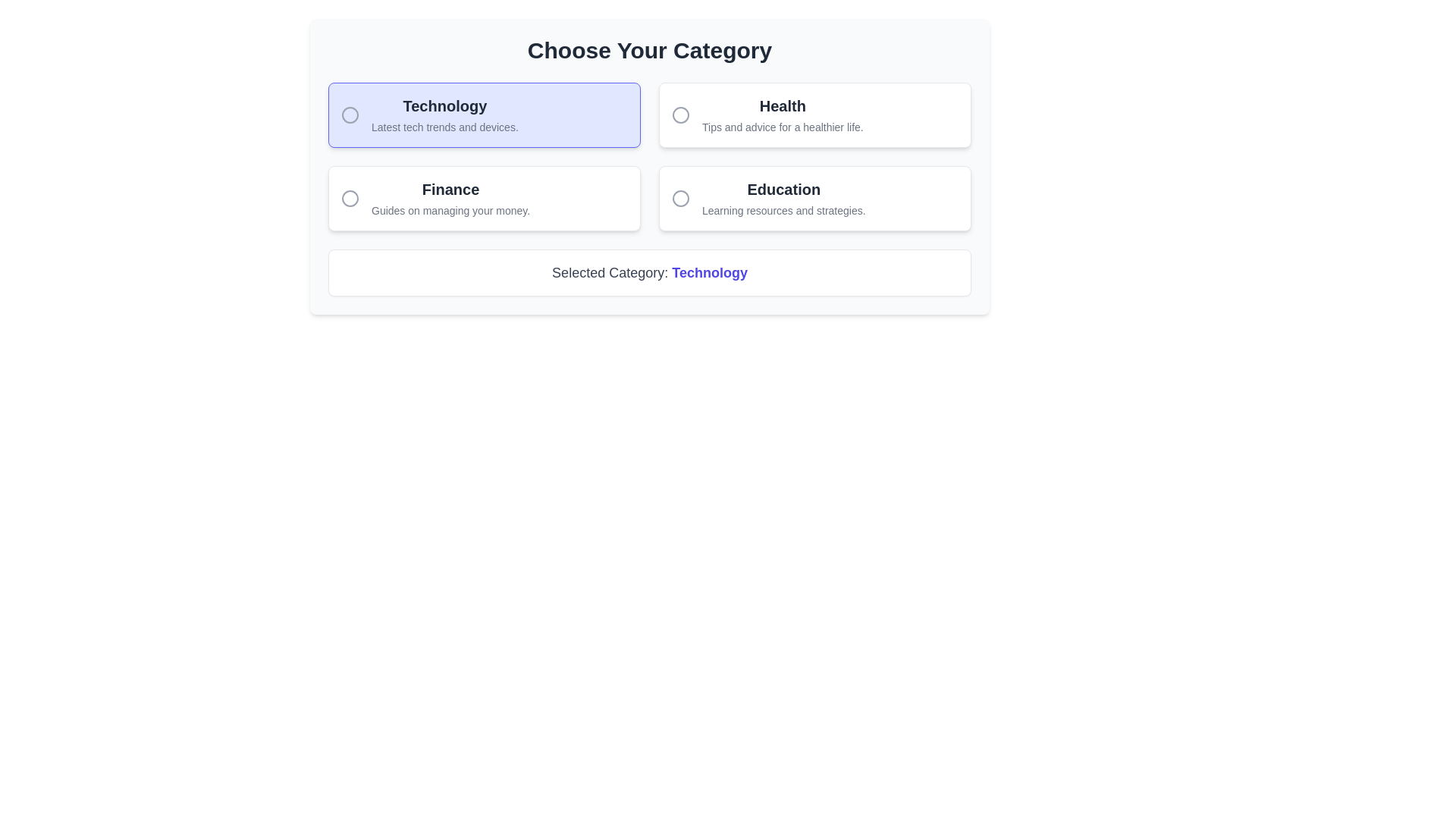 The height and width of the screenshot is (819, 1456). What do you see at coordinates (349, 198) in the screenshot?
I see `the decorative SVG circle icon associated with the 'Finance' category option, located in the second option box` at bounding box center [349, 198].